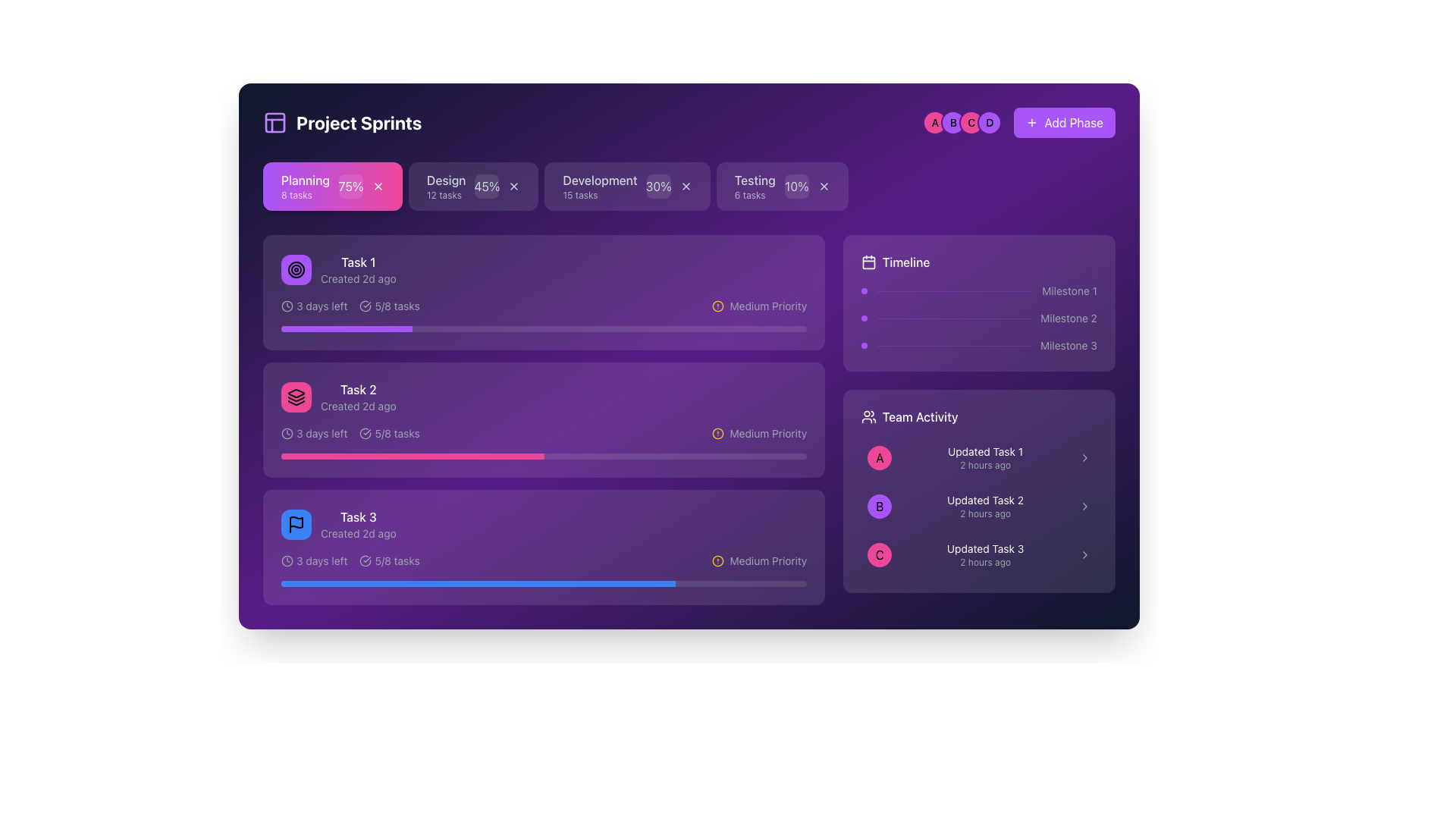  Describe the element at coordinates (378, 186) in the screenshot. I see `the Close button (cross shape) located at the rightmost end of the 'Planning' card, adjacent to the percentage indicator '75%'` at that location.